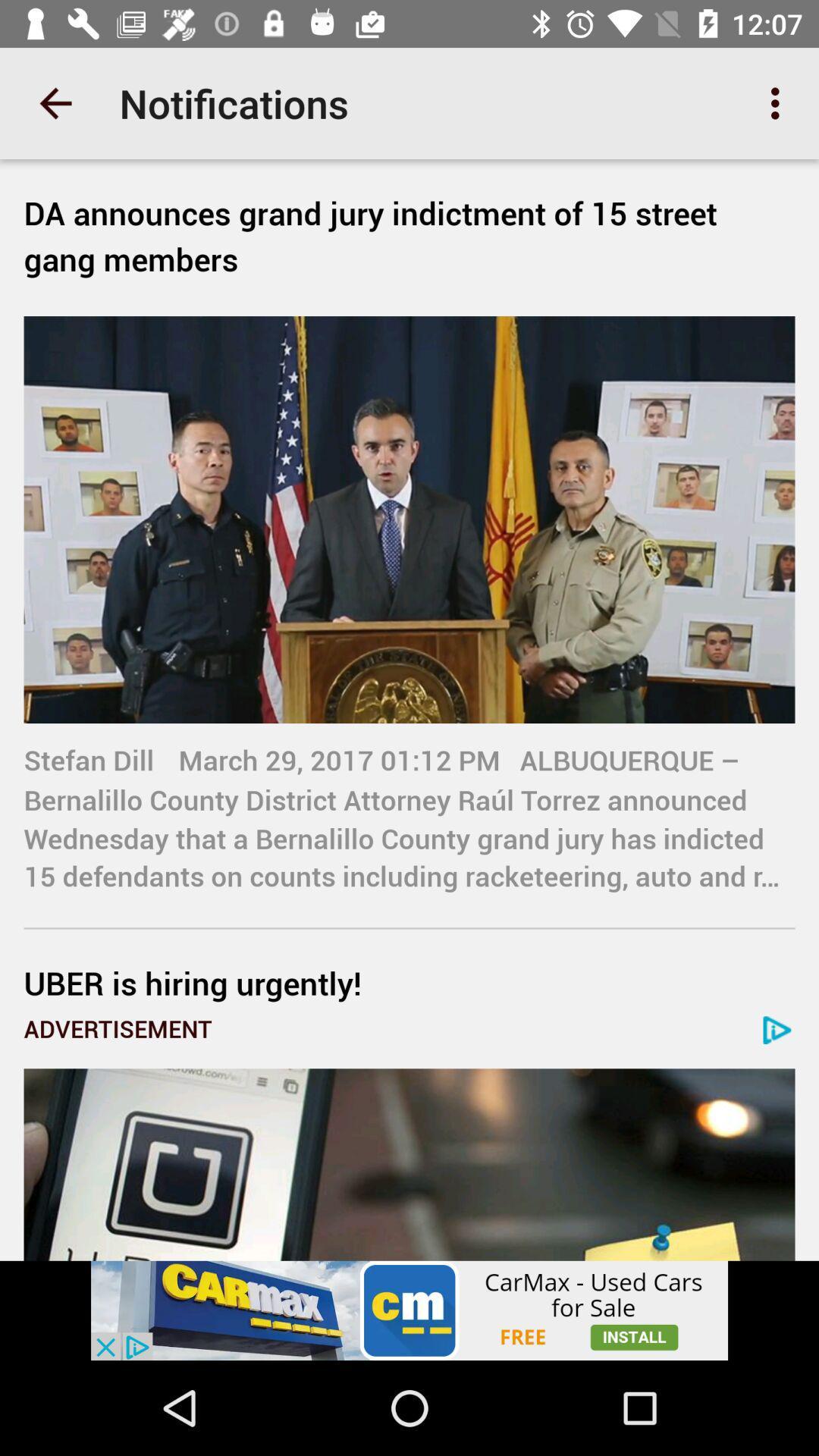 The width and height of the screenshot is (819, 1456). What do you see at coordinates (779, 102) in the screenshot?
I see `the item above da announces grand icon` at bounding box center [779, 102].